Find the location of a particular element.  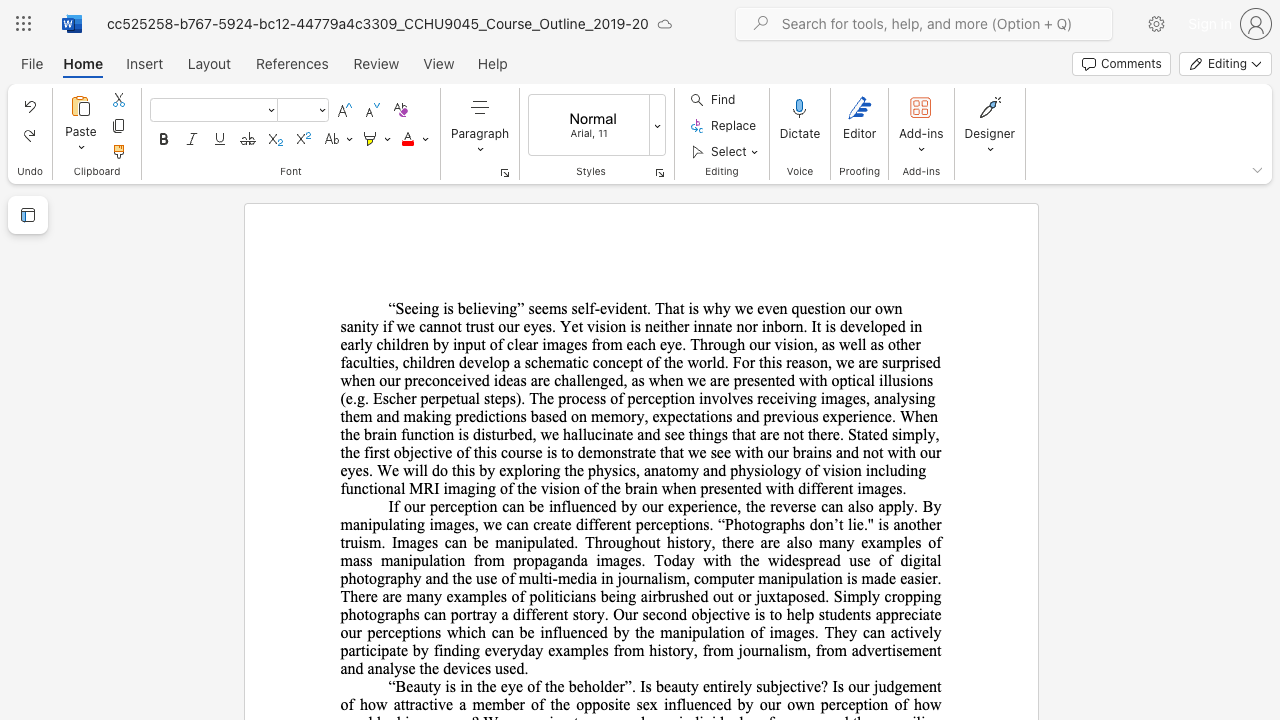

the subset text "s believing” seems self-evident. That is why we even question our own sanity if we cannot trust our eyes. Yet vision is neither innate nor inborn. It is developed in early children by input of clear images from each eye. Through our vision, as well as other faculties, chi" within the text "“Seeing is believing” seems self-evident. That is why we even question our own sanity if we cannot trust our eyes. Yet vision is neither innate nor inborn. It is developed in early children by input of clear images from each eye. Through our vision, as well as other faculties, children develop a schematic concept of the world. For this reason, we are surprised when our preconceived ideas are challenged, as when we are presented with optical illusions (e.g. Escher perpetual steps). The process of perception" is located at coordinates (446, 308).